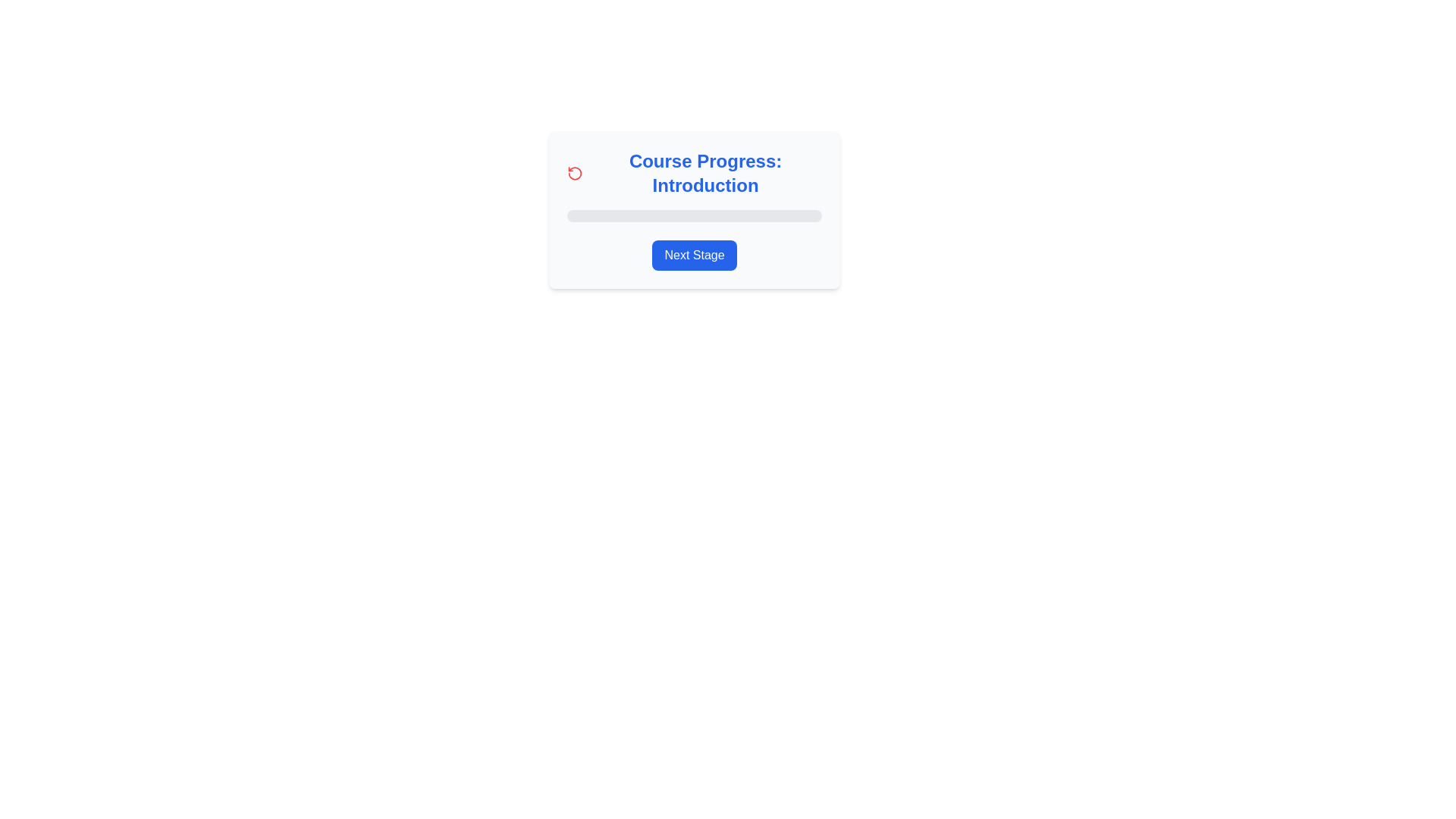 This screenshot has width=1456, height=819. I want to click on the red circular arrow icon resembling a counter-clockwise rotation symbol located to the left of the 'Course Progress: Introduction' title, so click(574, 172).